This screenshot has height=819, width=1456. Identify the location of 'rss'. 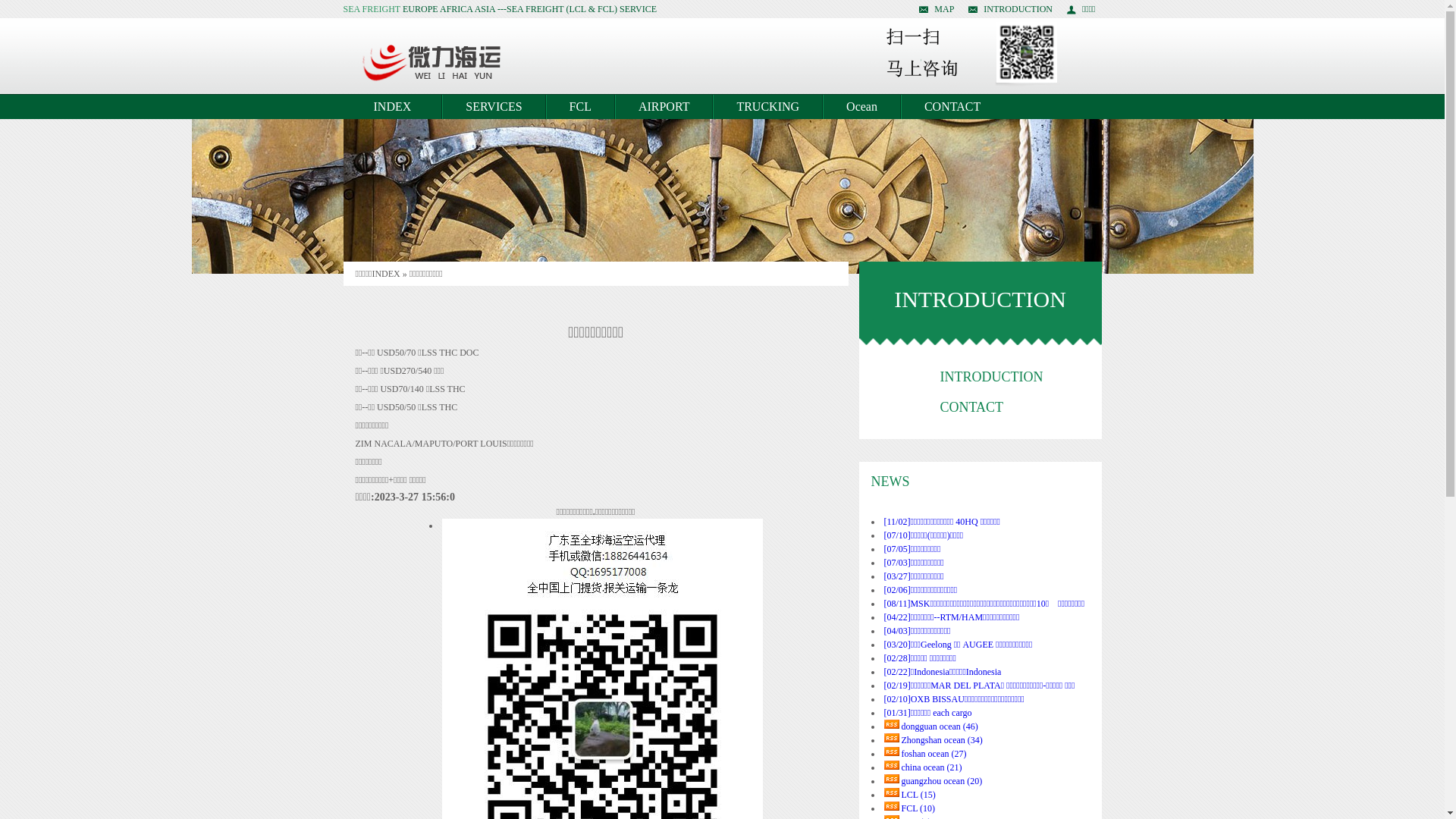
(892, 752).